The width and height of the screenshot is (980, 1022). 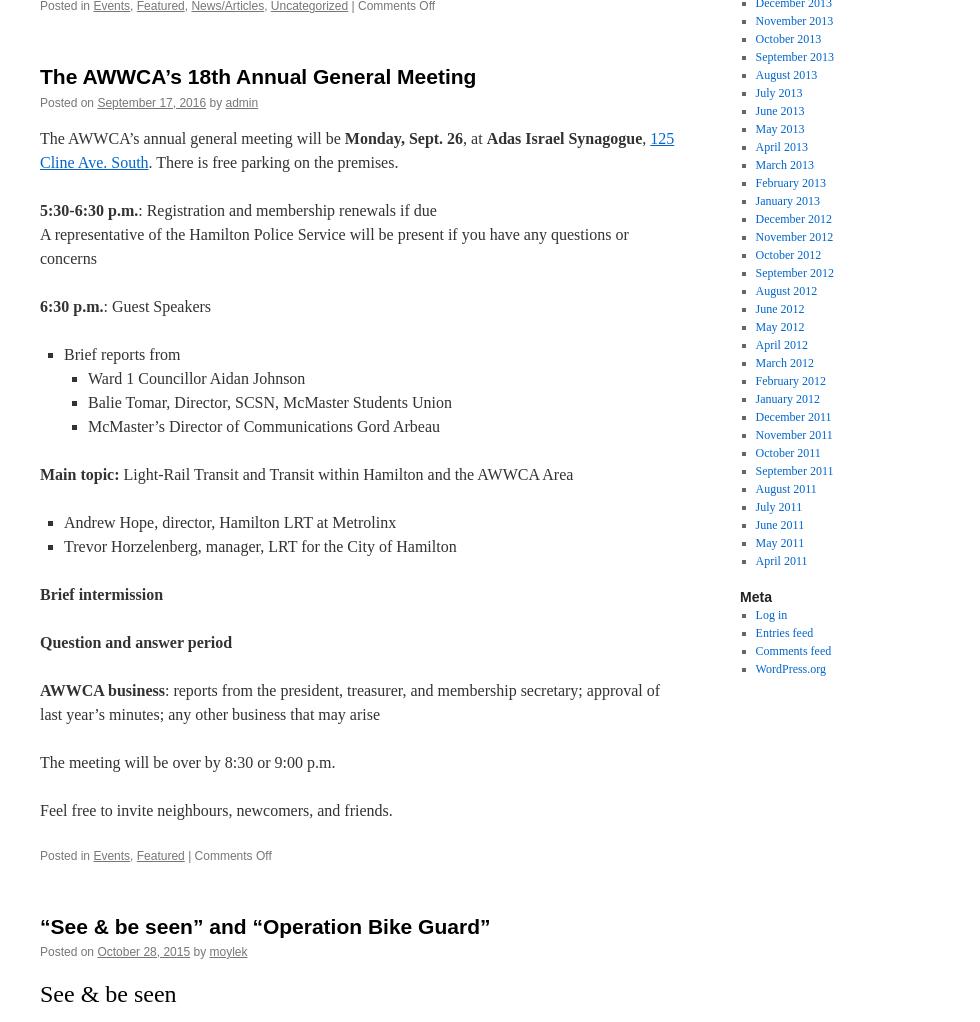 I want to click on 'October 2013', so click(x=754, y=39).